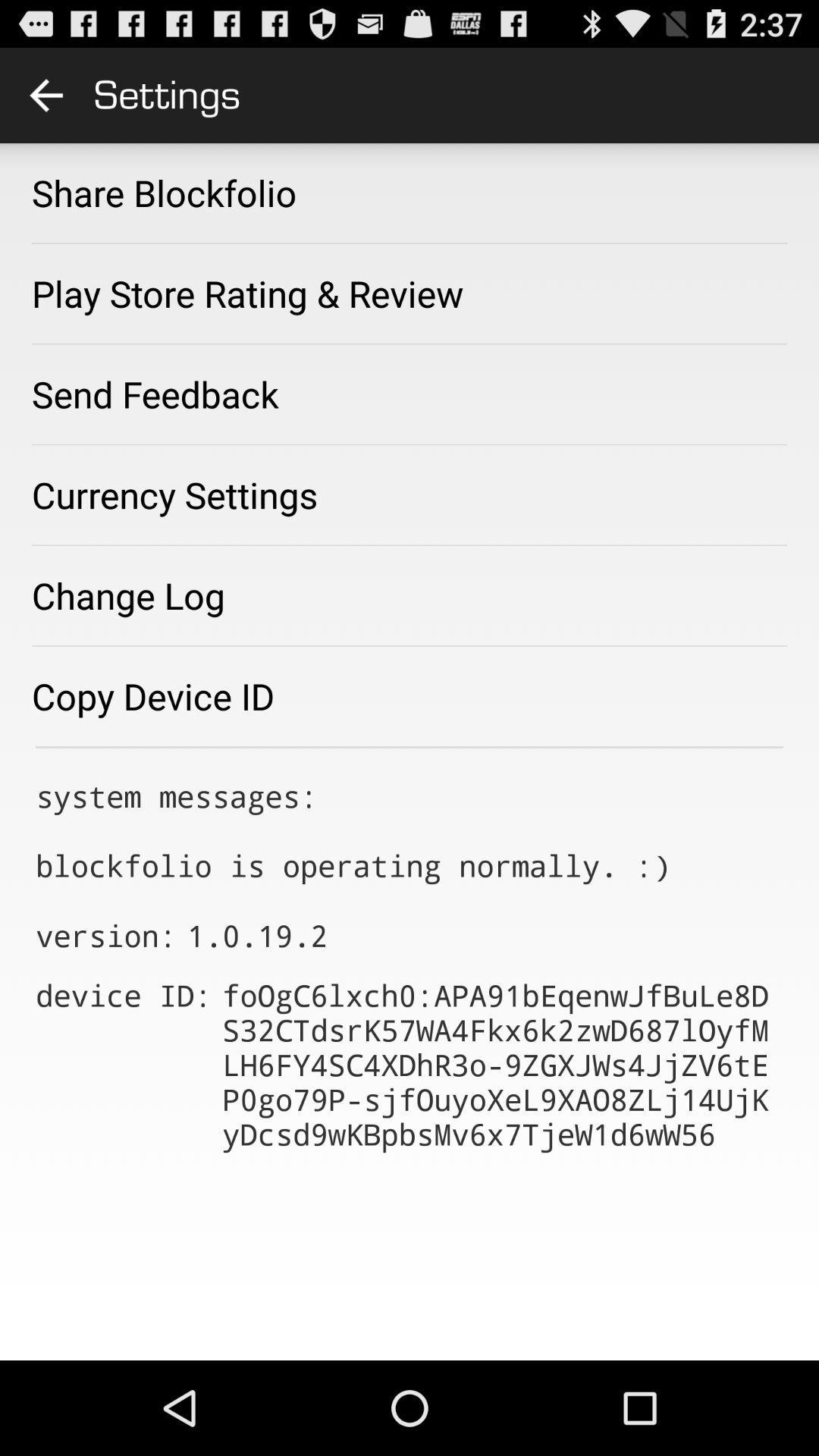 The height and width of the screenshot is (1456, 819). I want to click on the 1 0 19 icon, so click(256, 934).